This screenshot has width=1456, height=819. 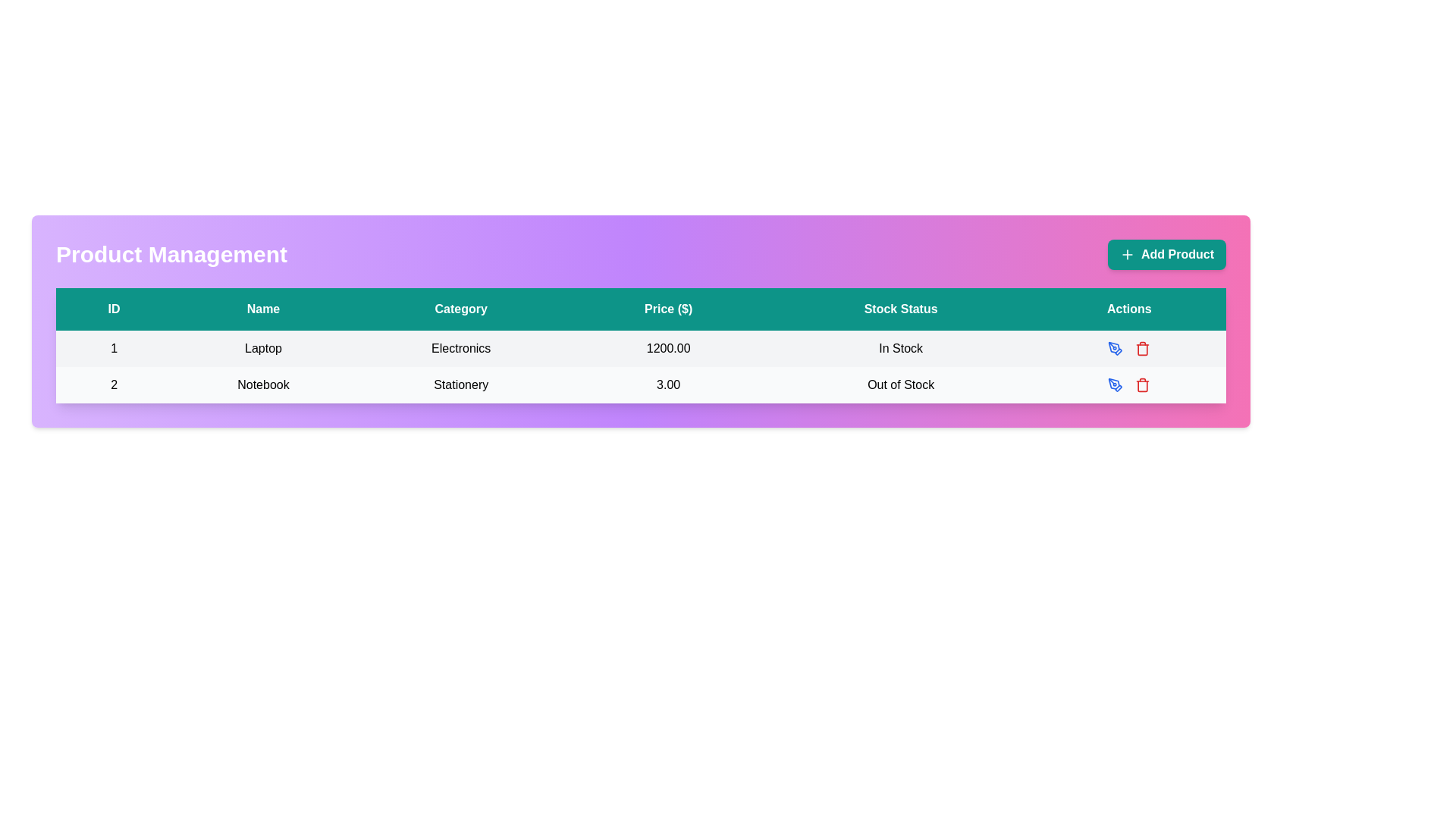 What do you see at coordinates (263, 348) in the screenshot?
I see `the label displaying the product name in the first data row of the table, located under the 'Name' column and preceding the 'Electronics' column` at bounding box center [263, 348].